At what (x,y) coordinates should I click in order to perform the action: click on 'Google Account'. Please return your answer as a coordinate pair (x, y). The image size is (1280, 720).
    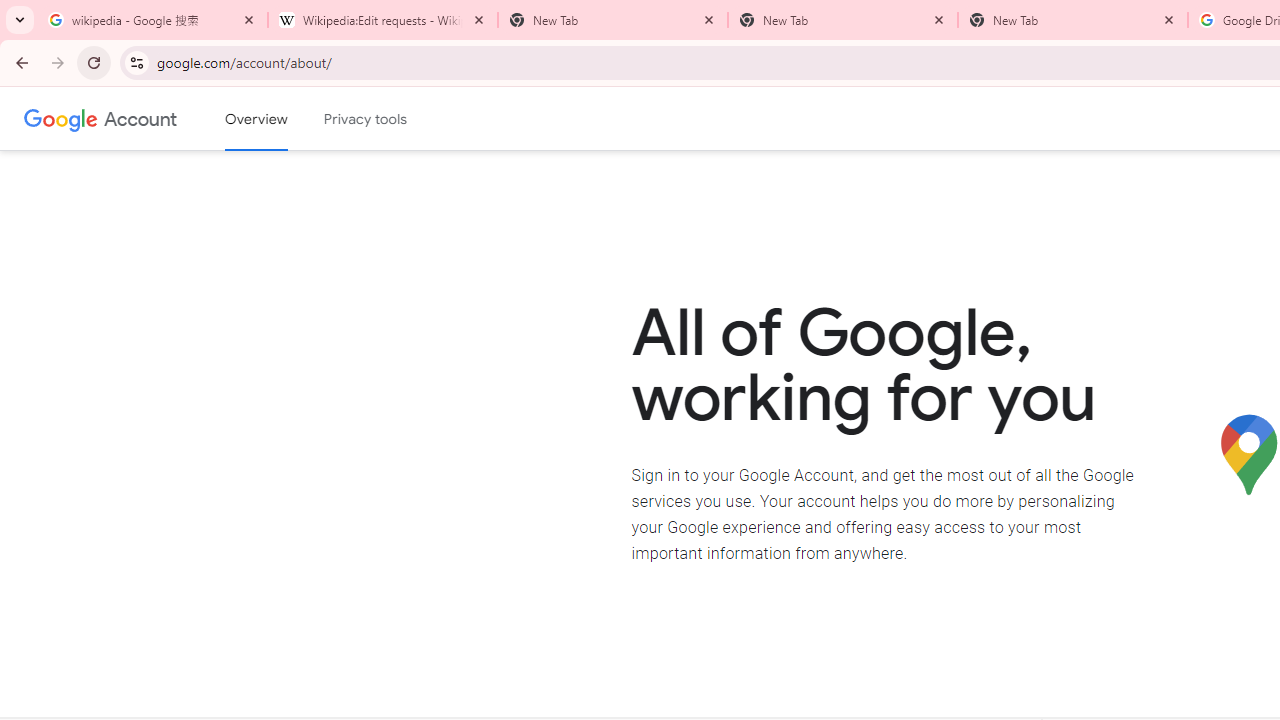
    Looking at the image, I should click on (139, 118).